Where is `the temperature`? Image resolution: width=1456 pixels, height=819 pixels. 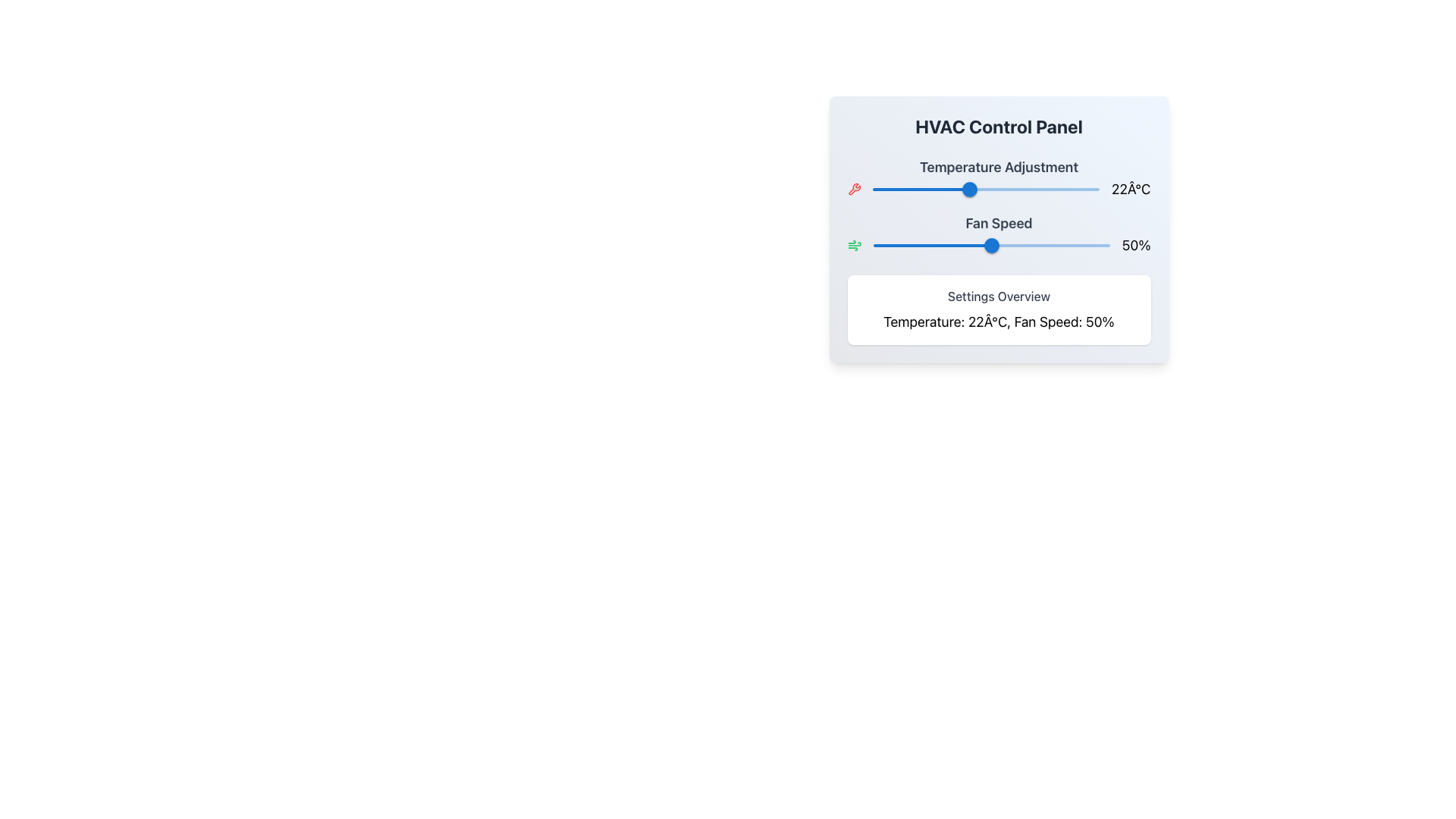
the temperature is located at coordinates (885, 189).